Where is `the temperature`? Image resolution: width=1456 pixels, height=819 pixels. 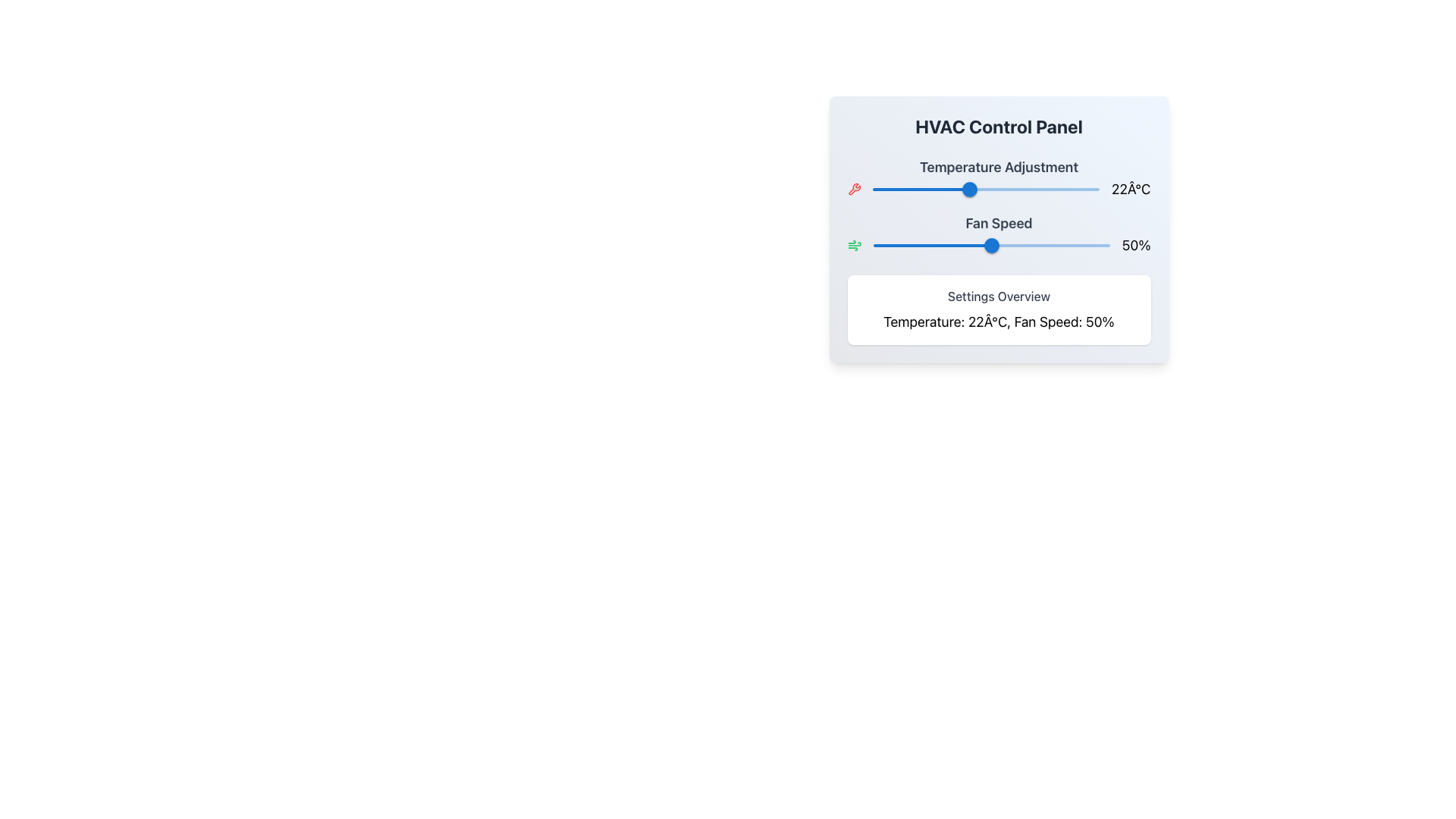
the temperature is located at coordinates (885, 189).